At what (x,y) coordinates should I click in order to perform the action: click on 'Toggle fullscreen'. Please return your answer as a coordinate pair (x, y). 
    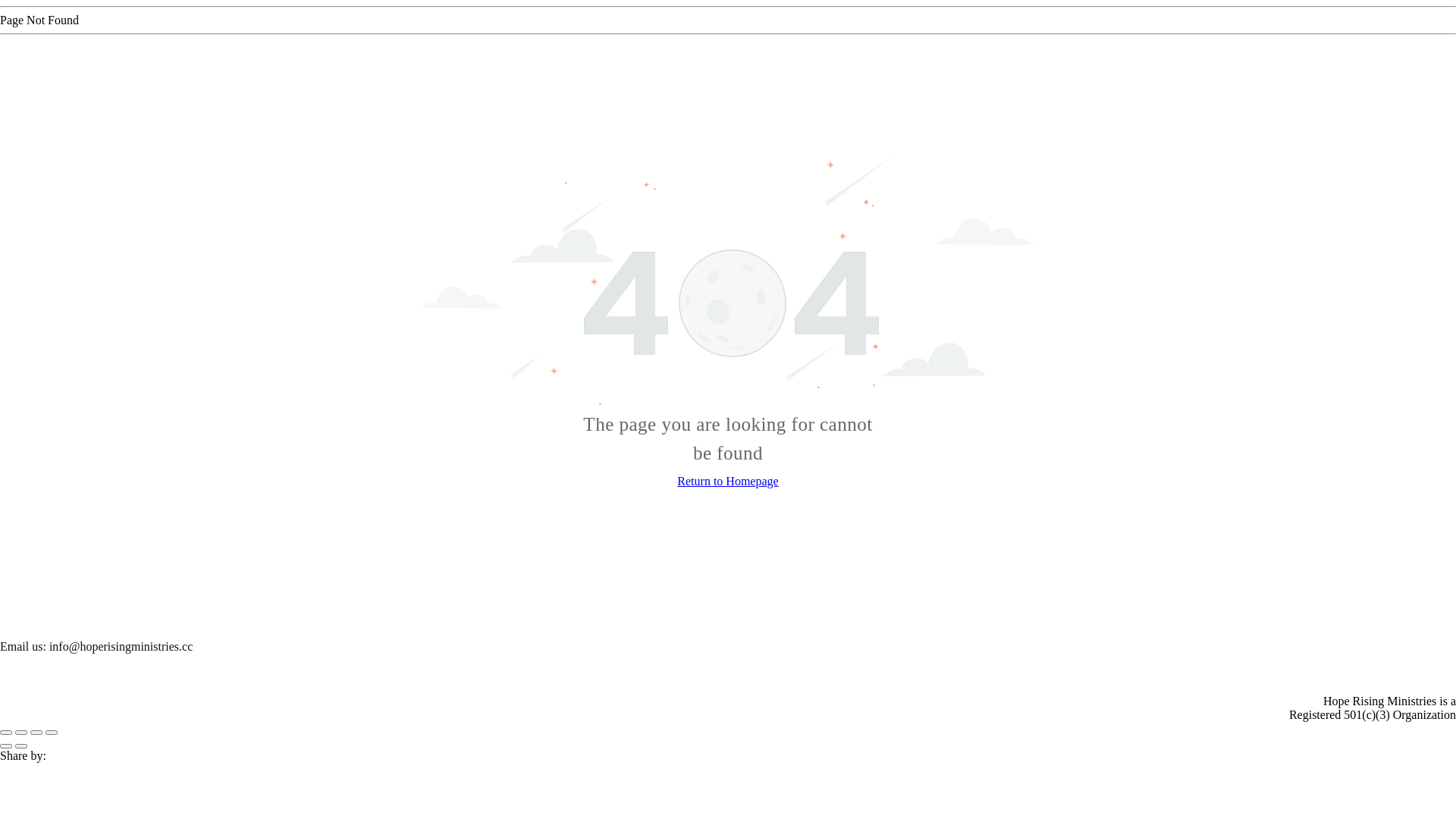
    Looking at the image, I should click on (36, 731).